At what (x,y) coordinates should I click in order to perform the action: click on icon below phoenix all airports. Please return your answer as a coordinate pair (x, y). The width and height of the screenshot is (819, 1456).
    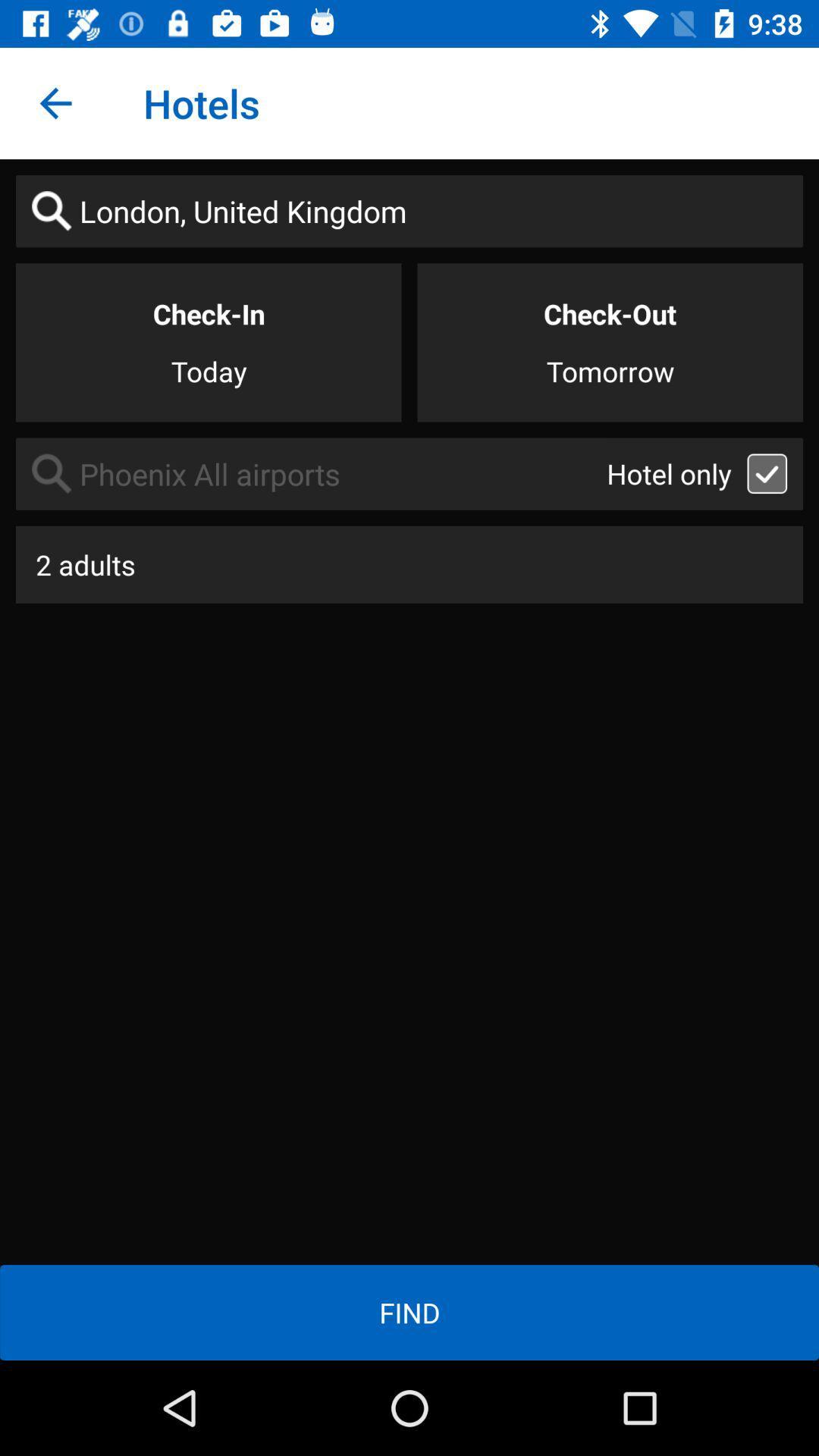
    Looking at the image, I should click on (409, 563).